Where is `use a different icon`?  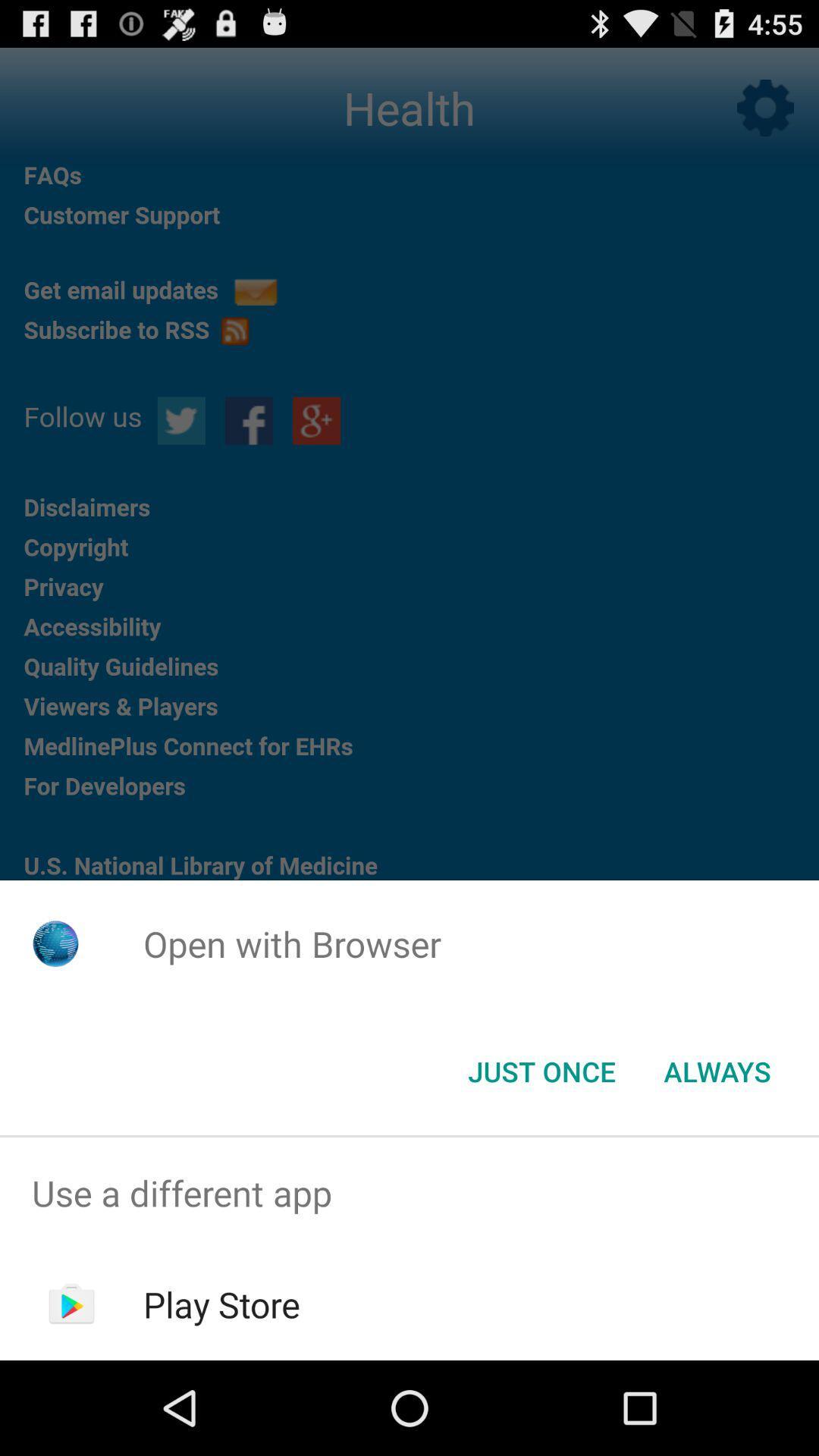
use a different icon is located at coordinates (409, 1192).